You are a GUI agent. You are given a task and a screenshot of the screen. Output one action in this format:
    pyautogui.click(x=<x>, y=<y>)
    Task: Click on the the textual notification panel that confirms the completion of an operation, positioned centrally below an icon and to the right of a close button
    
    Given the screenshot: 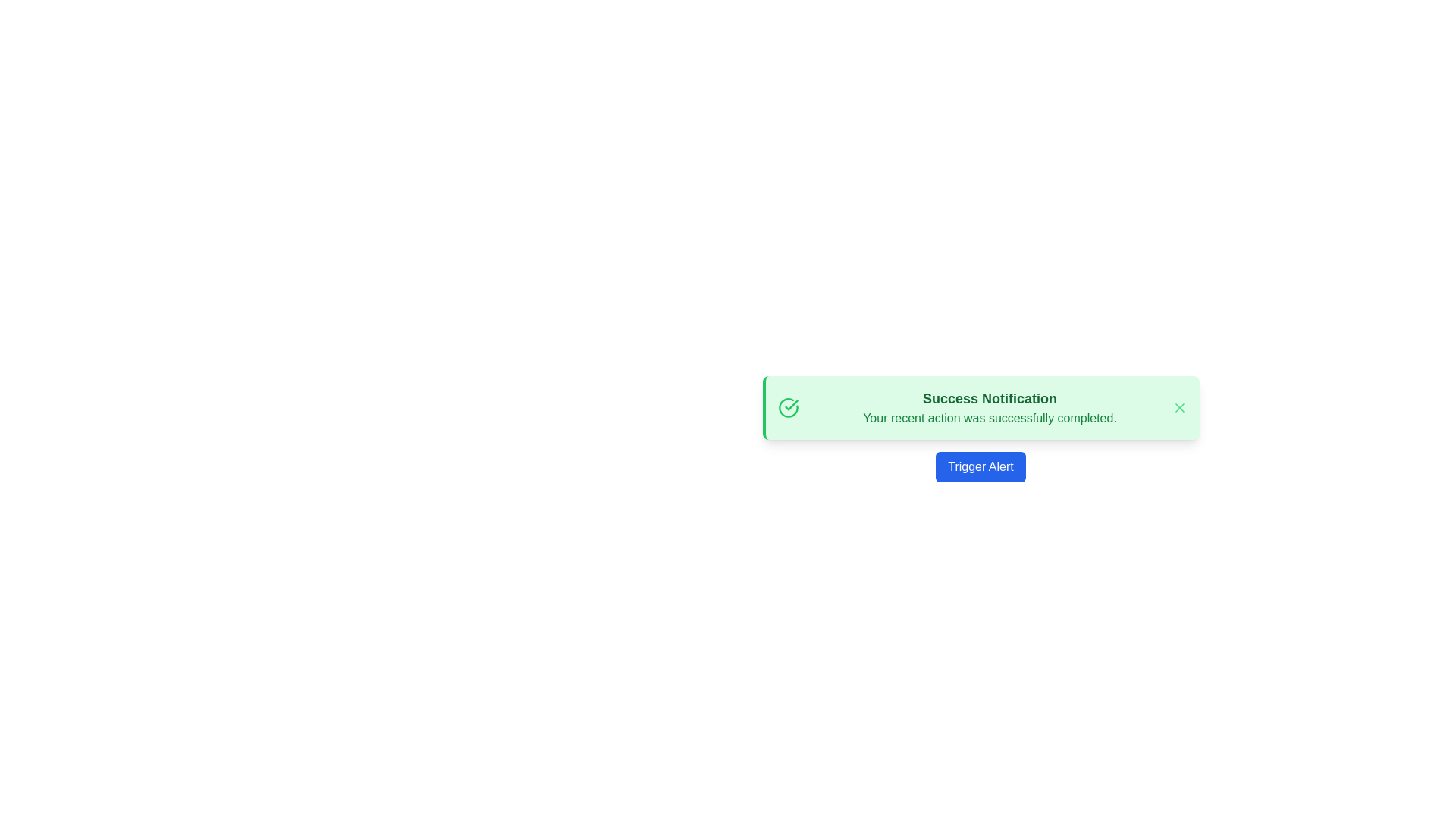 What is the action you would take?
    pyautogui.click(x=990, y=406)
    